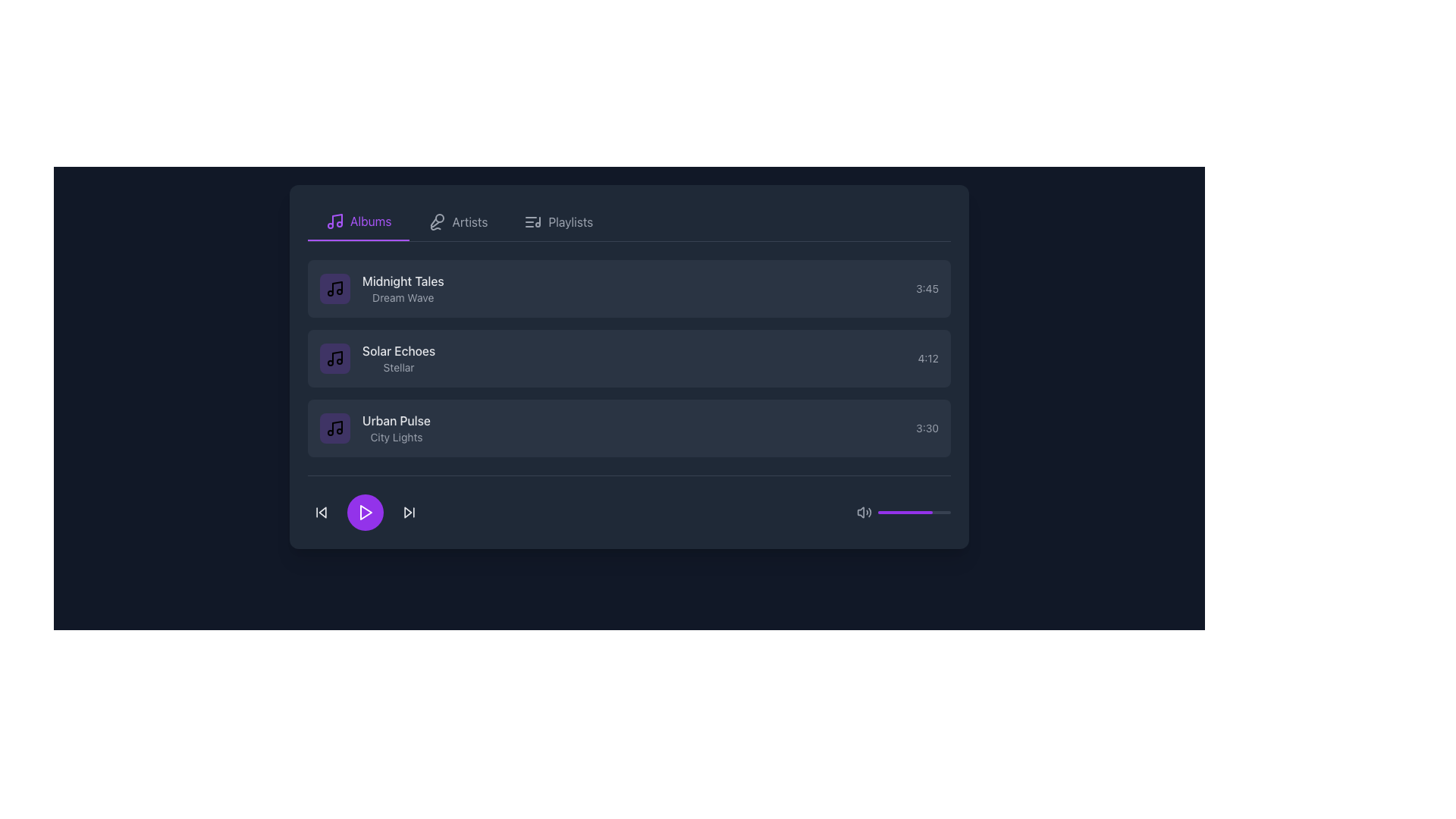 Image resolution: width=1456 pixels, height=819 pixels. I want to click on the middle playback button in the horizontal row of buttons at the bottom section of the interface, so click(365, 512).